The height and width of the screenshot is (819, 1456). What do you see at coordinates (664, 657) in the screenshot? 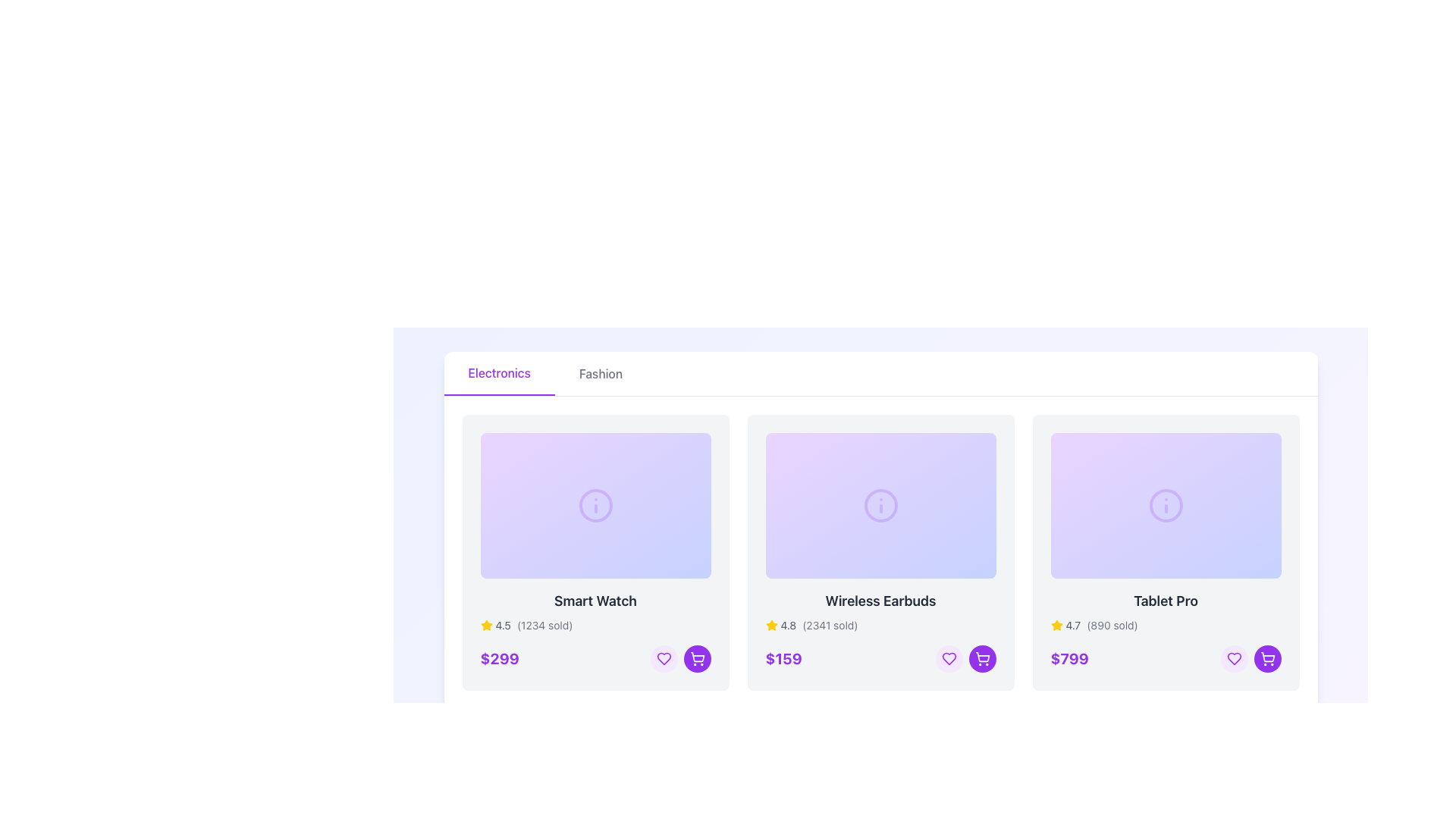
I see `the heart-shaped SVG icon styled as a button at the bottom-right corner of the 'Wireless Earbuds' card` at bounding box center [664, 657].